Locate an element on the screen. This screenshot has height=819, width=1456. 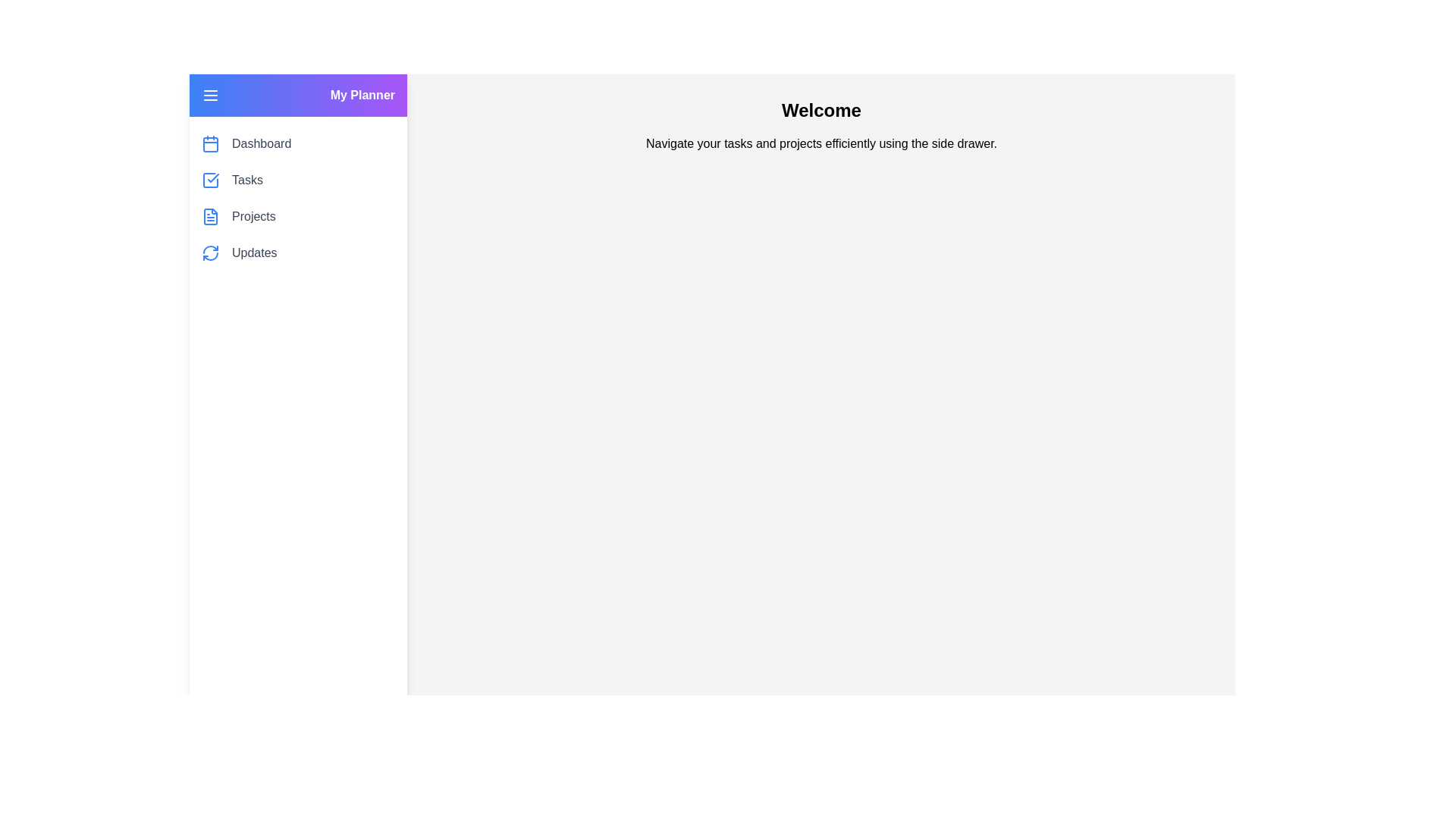
the toggle button to open or close the drawer is located at coordinates (210, 96).